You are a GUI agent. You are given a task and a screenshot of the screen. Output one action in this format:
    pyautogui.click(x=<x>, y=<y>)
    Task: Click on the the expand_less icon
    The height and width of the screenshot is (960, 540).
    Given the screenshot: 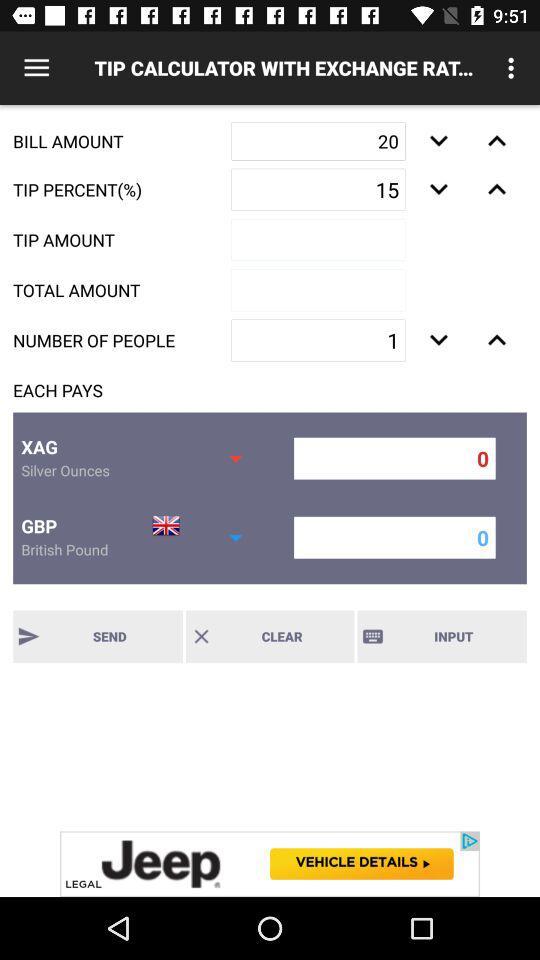 What is the action you would take?
    pyautogui.click(x=496, y=340)
    